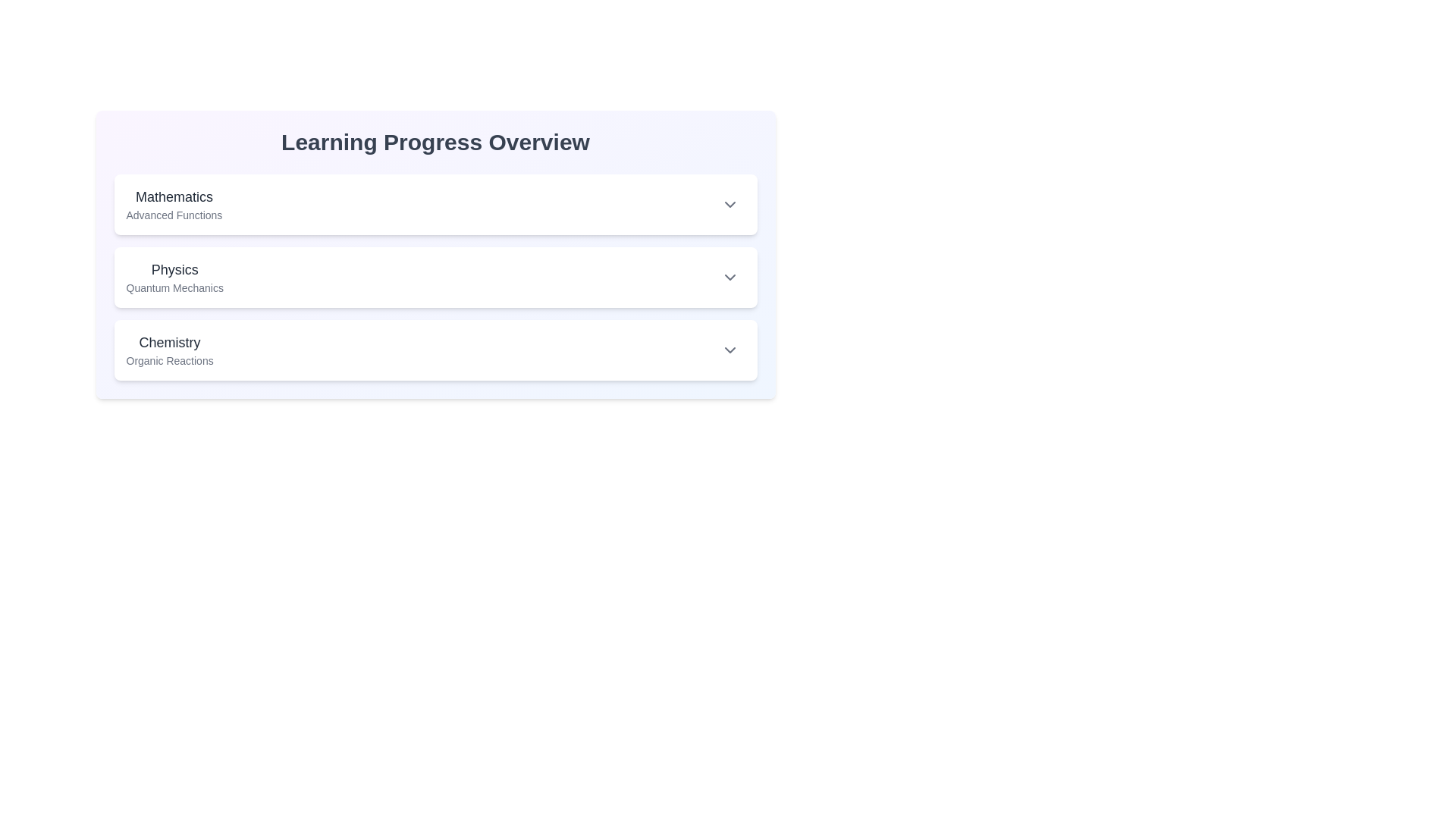 Image resolution: width=1456 pixels, height=819 pixels. I want to click on centered, bold, large heading text 'Learning Progress Overview' which is positioned above categorized sections, so click(435, 143).